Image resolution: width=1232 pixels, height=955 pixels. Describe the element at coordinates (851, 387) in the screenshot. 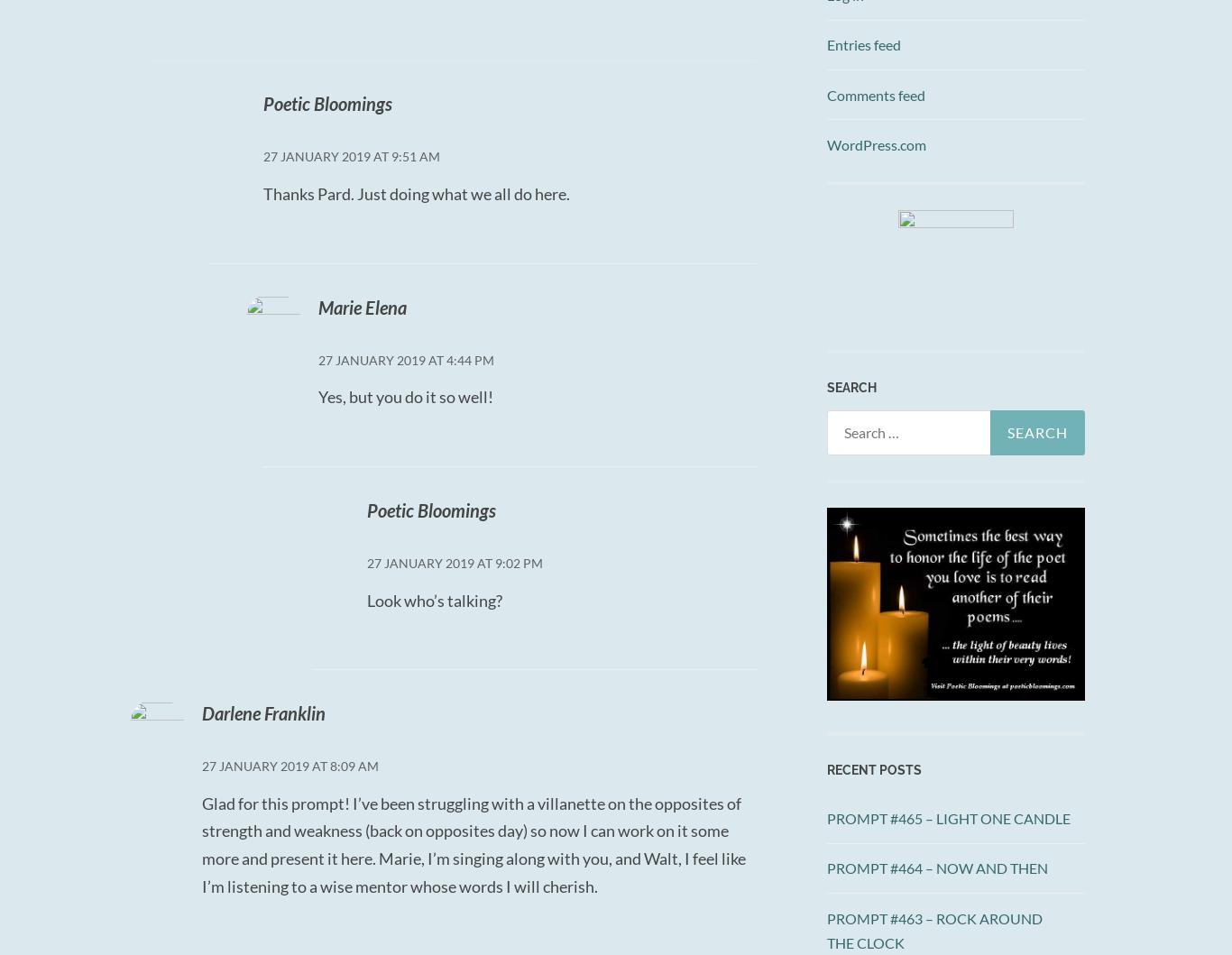

I see `'SEARCH'` at that location.